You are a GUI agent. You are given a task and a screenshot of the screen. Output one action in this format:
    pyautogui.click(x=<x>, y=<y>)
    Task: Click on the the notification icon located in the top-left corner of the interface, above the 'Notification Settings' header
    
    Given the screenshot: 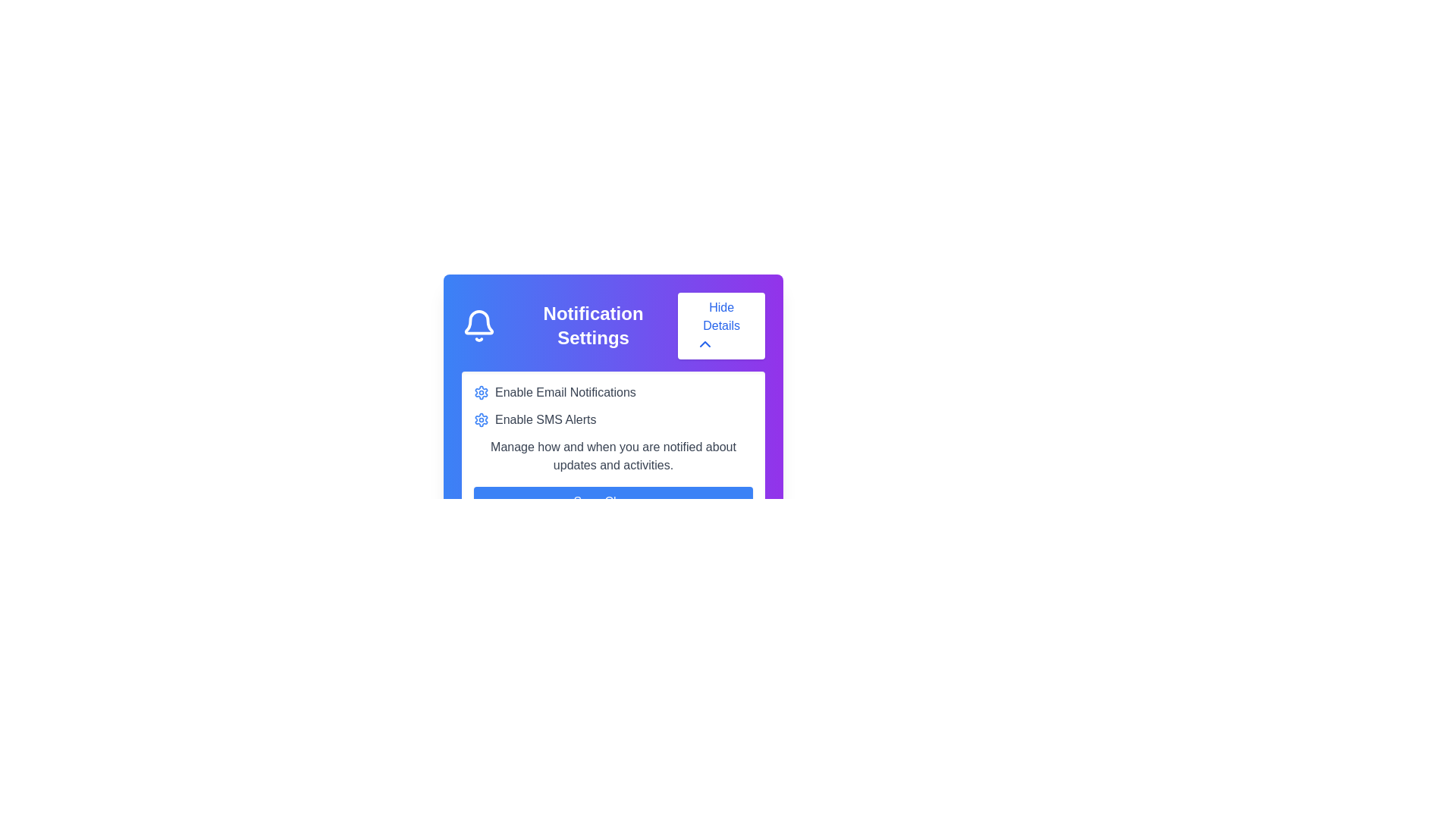 What is the action you would take?
    pyautogui.click(x=479, y=322)
    